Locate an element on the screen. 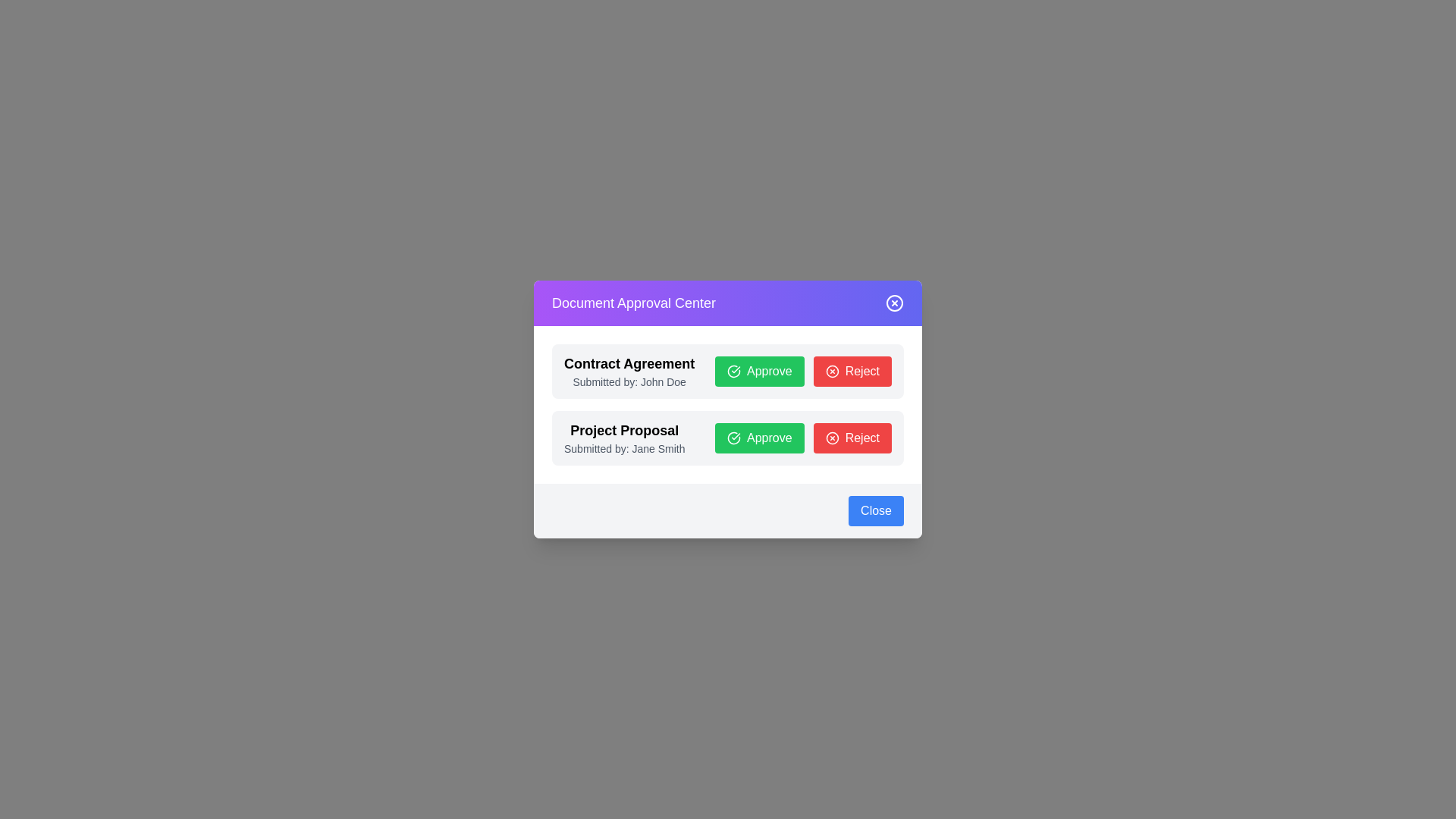 This screenshot has width=1456, height=819. the 'Contract Agreement' static text label, which is prominently displayed at the top of the document approval section in a large, bold font is located at coordinates (629, 363).